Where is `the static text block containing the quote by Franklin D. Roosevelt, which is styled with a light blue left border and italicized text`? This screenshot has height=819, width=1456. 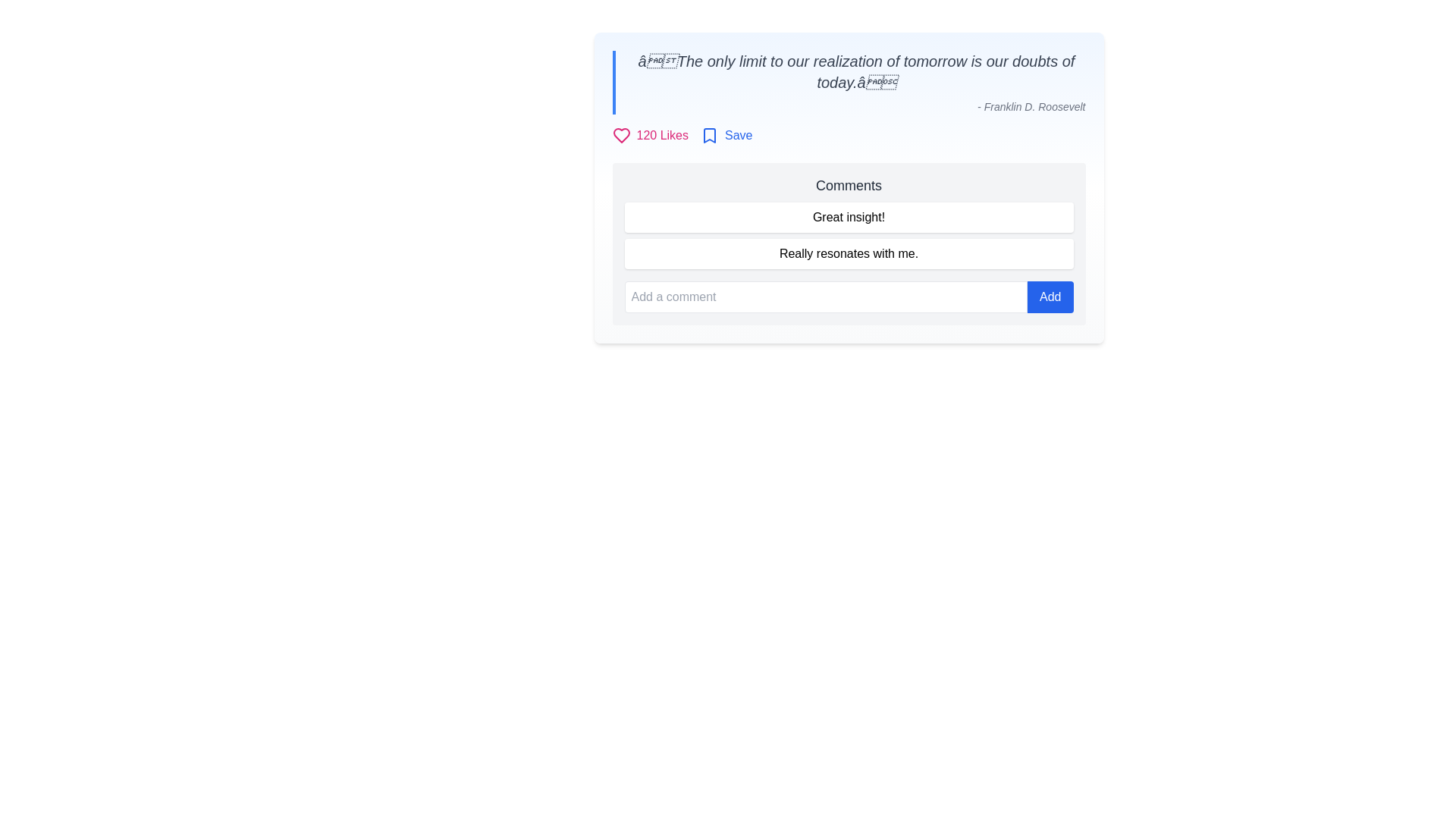
the static text block containing the quote by Franklin D. Roosevelt, which is styled with a light blue left border and italicized text is located at coordinates (848, 82).